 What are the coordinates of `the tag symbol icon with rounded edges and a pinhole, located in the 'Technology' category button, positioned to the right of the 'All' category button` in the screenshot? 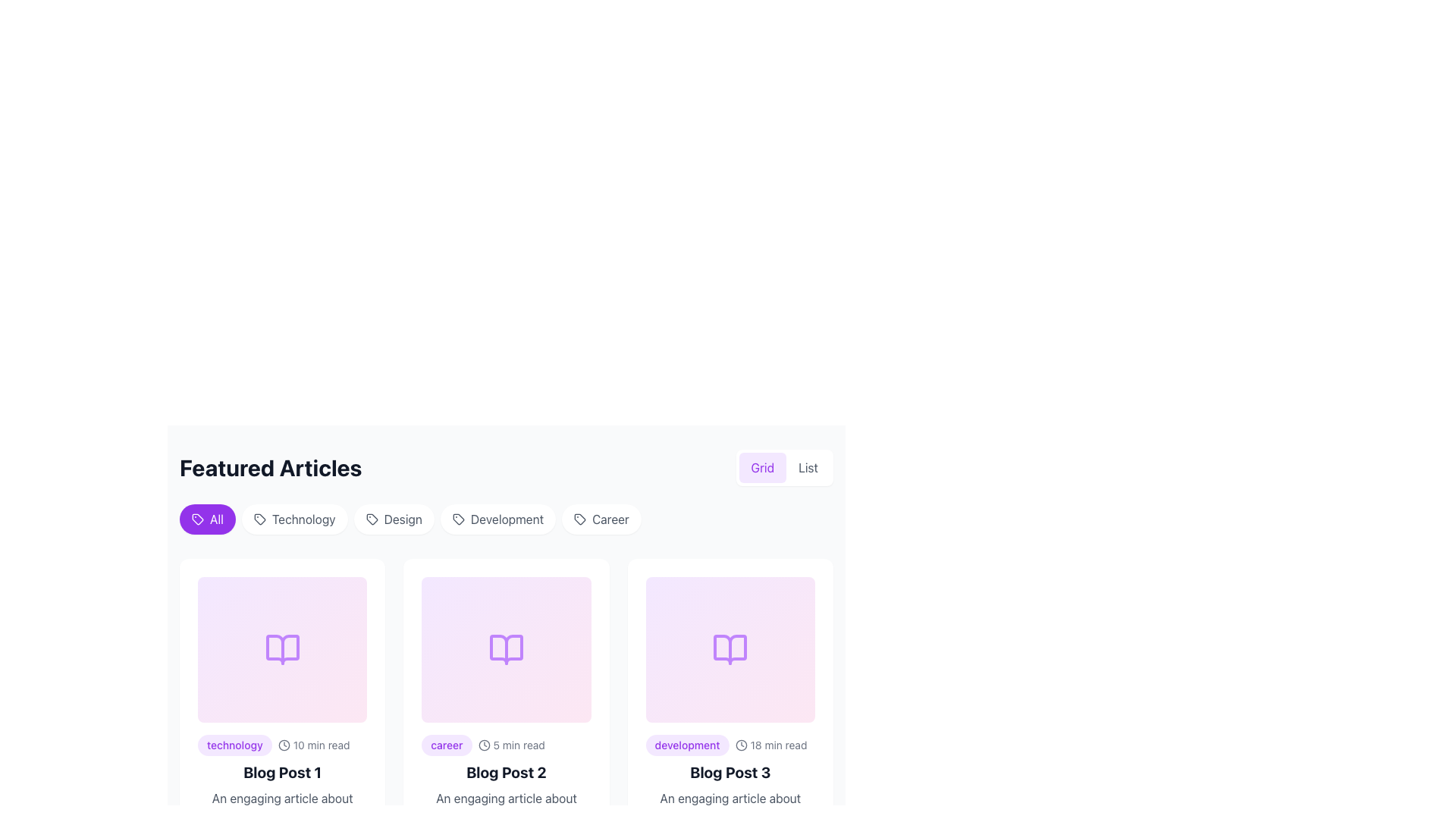 It's located at (259, 519).